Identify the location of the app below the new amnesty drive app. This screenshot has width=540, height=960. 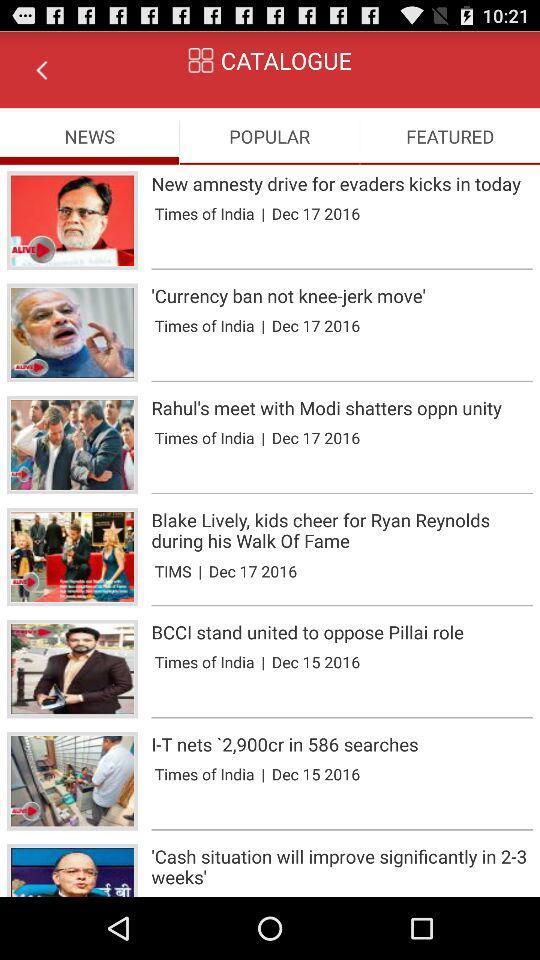
(263, 213).